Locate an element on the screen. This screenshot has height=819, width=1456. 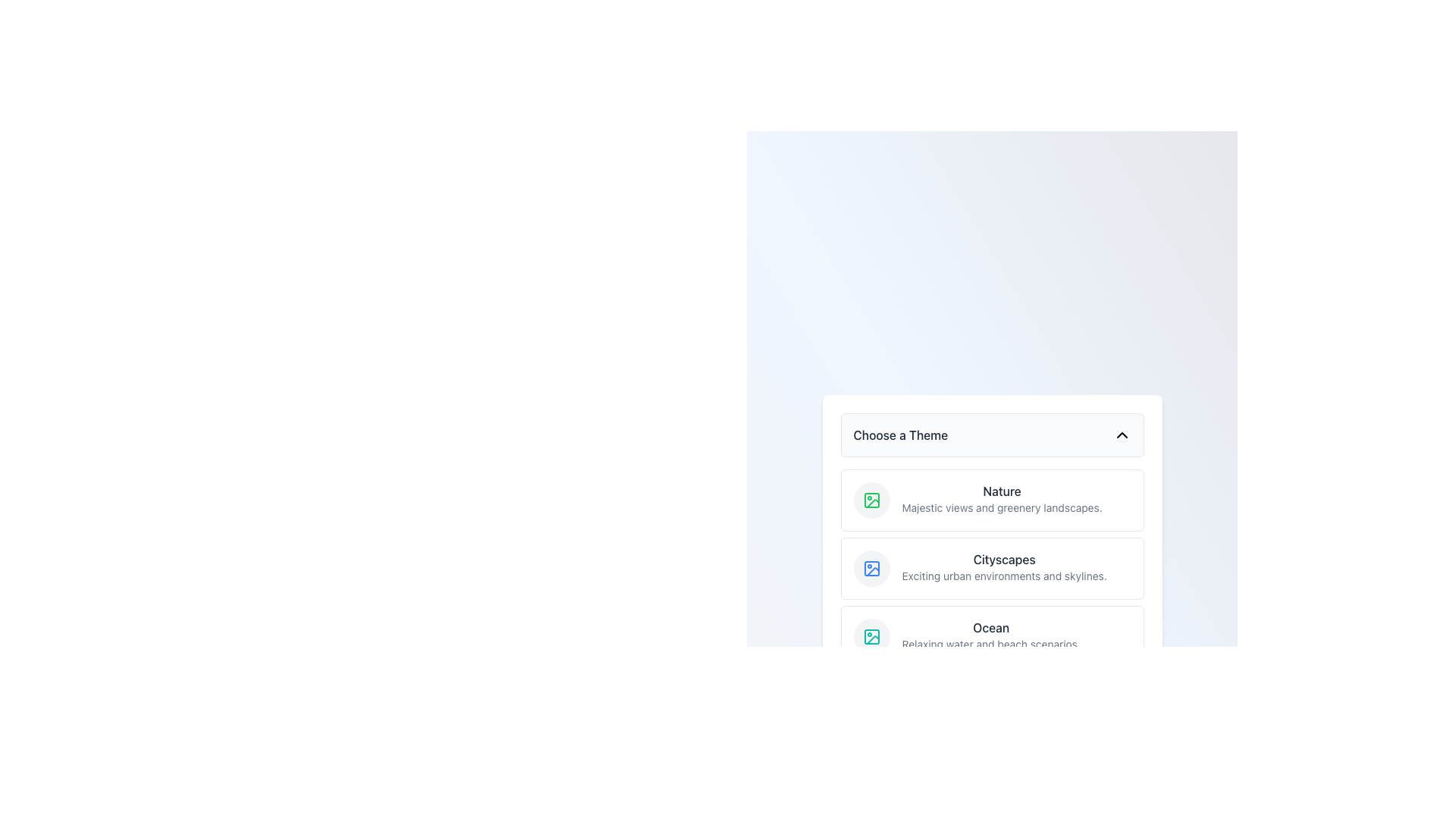
the 'Cityscapes' category in the text block that includes the description 'Exciting urban environments and skylines.' positioned between the 'Nature' and 'Ocean' categories is located at coordinates (1004, 568).